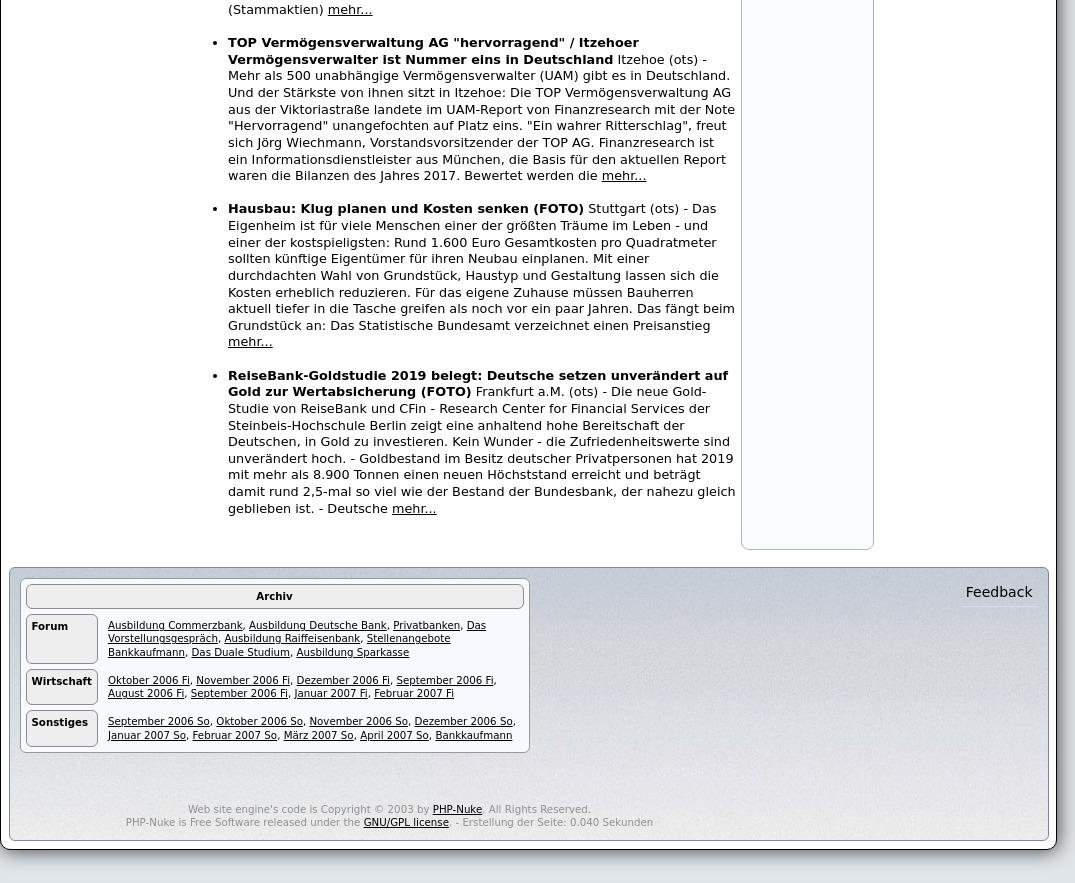  Describe the element at coordinates (241, 678) in the screenshot. I see `'November 2006 Fi'` at that location.